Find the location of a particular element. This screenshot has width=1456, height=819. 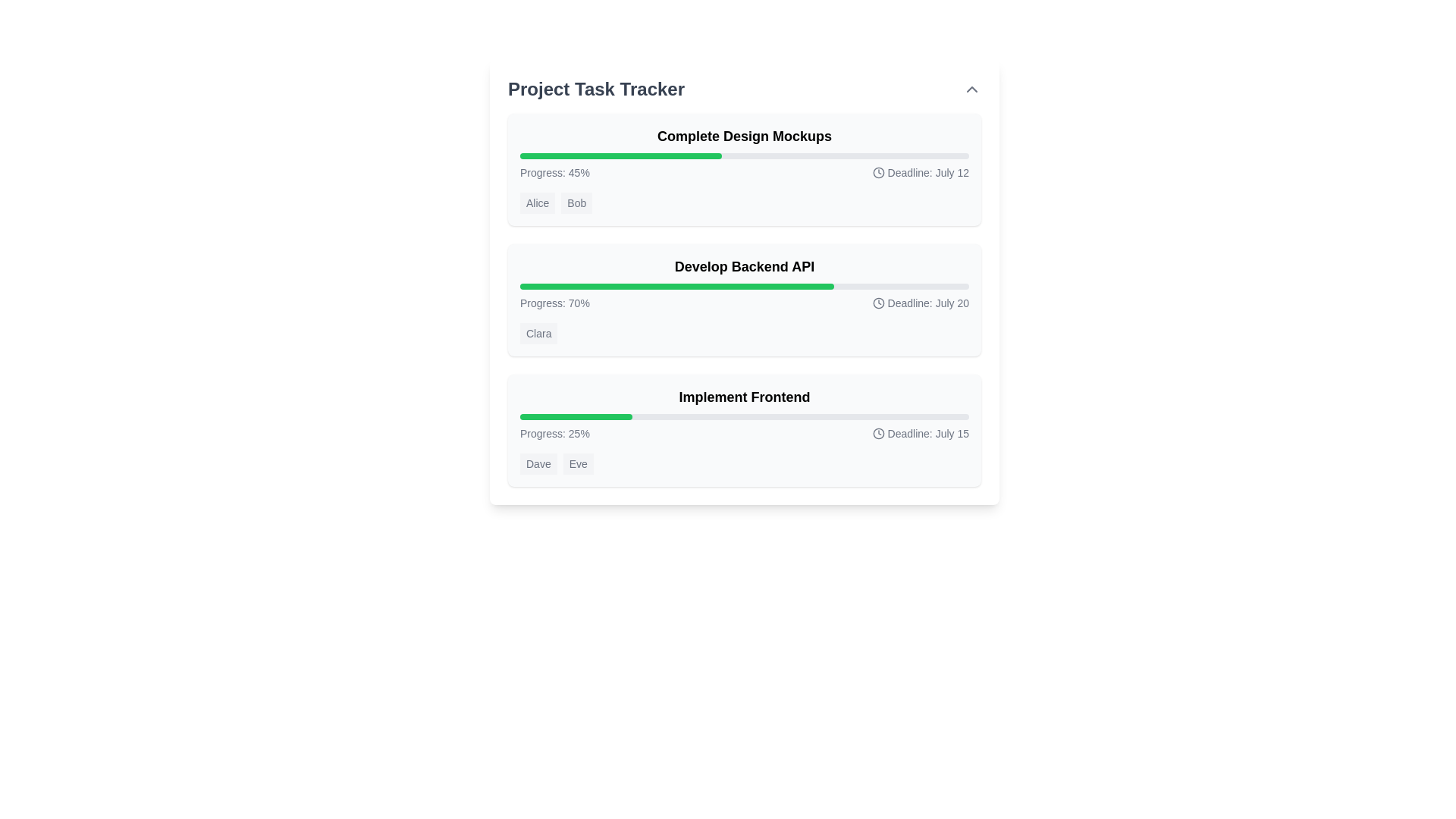

text of the label element displaying 'Dave', which is located in the bottom section of the 'Implement Frontend' task card, to the left of 'Eve' is located at coordinates (538, 463).